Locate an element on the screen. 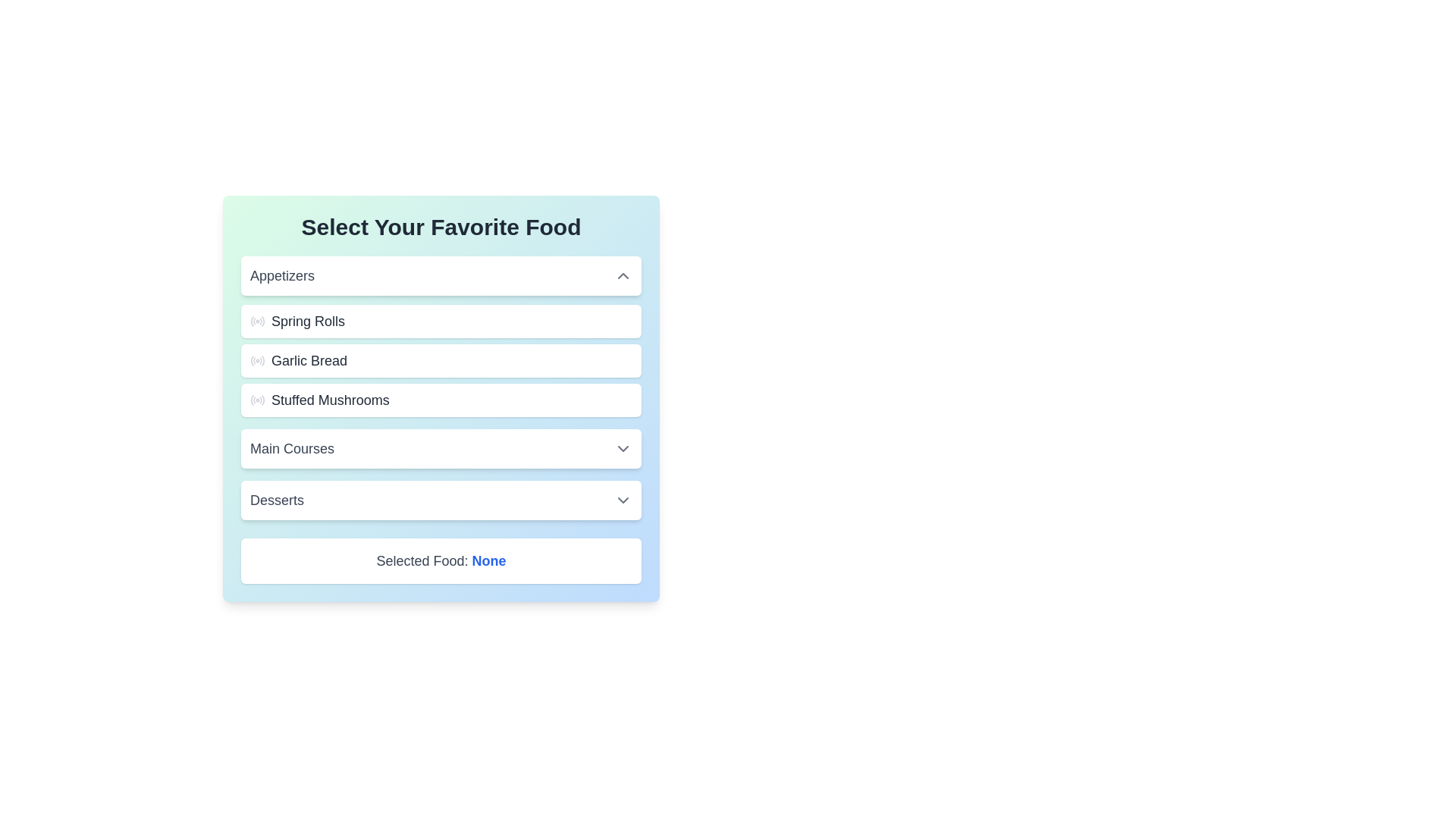  the 'Spring Rolls' text label, which is displayed in gray (#808080) with medium font weight and large size, positioned as the second item under 'Appetizers' is located at coordinates (307, 321).